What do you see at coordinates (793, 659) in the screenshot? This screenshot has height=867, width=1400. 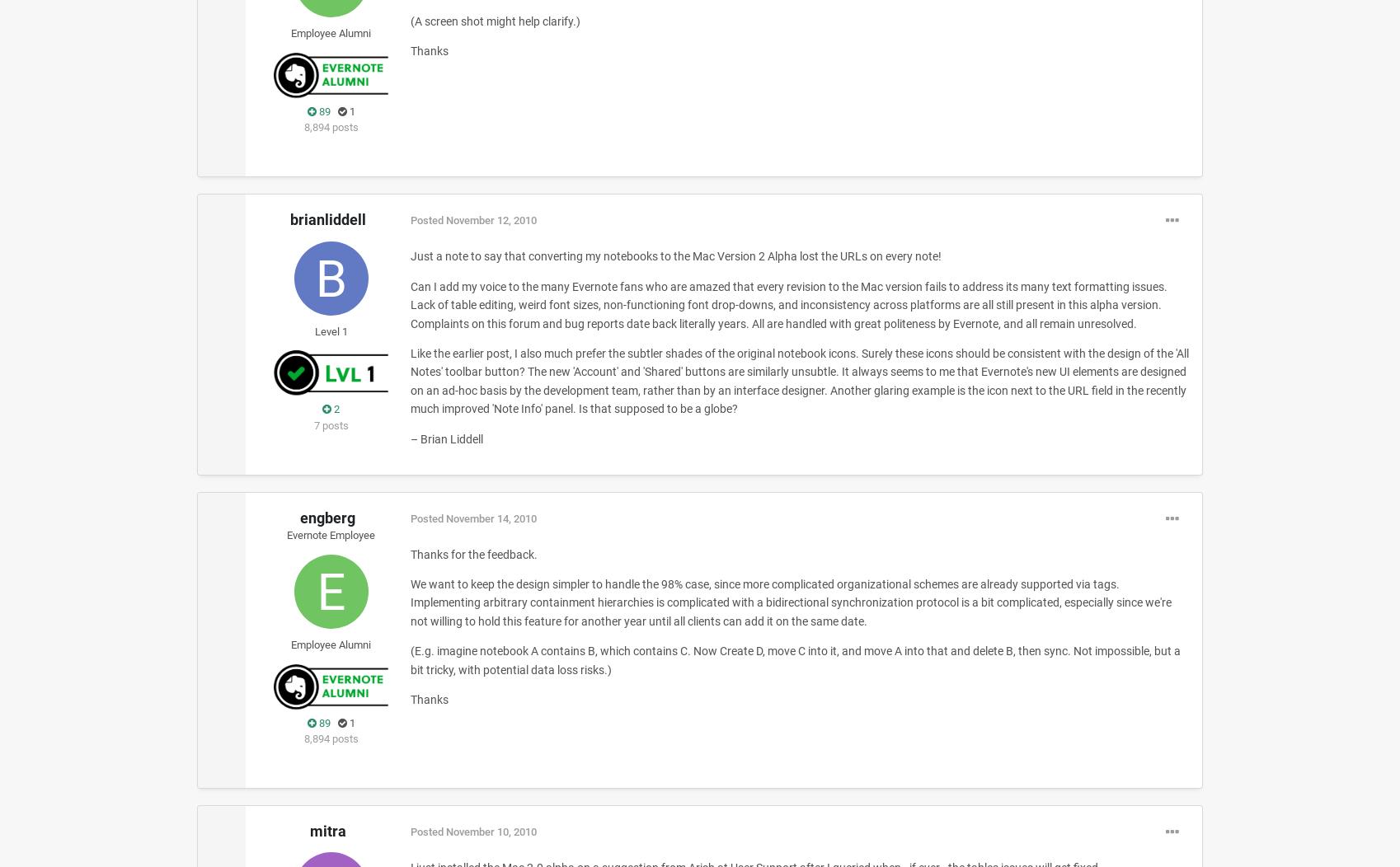 I see `'(E.g. imagine notebook A contains B, which contains C.  Now Create D, move C into it, and move A into that and delete B, then sync.  Not impossible, but a bit tricky, with potential data loss risks.)'` at bounding box center [793, 659].